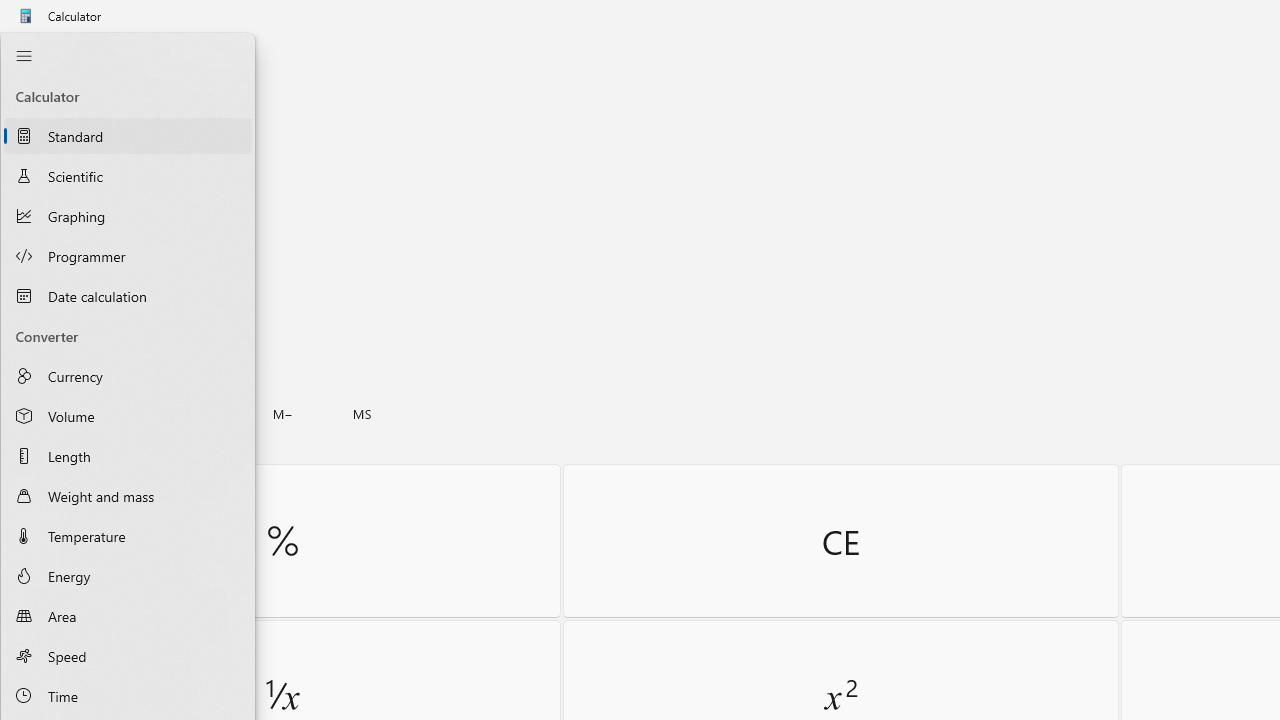 The image size is (1280, 720). I want to click on 'Time Converter', so click(127, 695).